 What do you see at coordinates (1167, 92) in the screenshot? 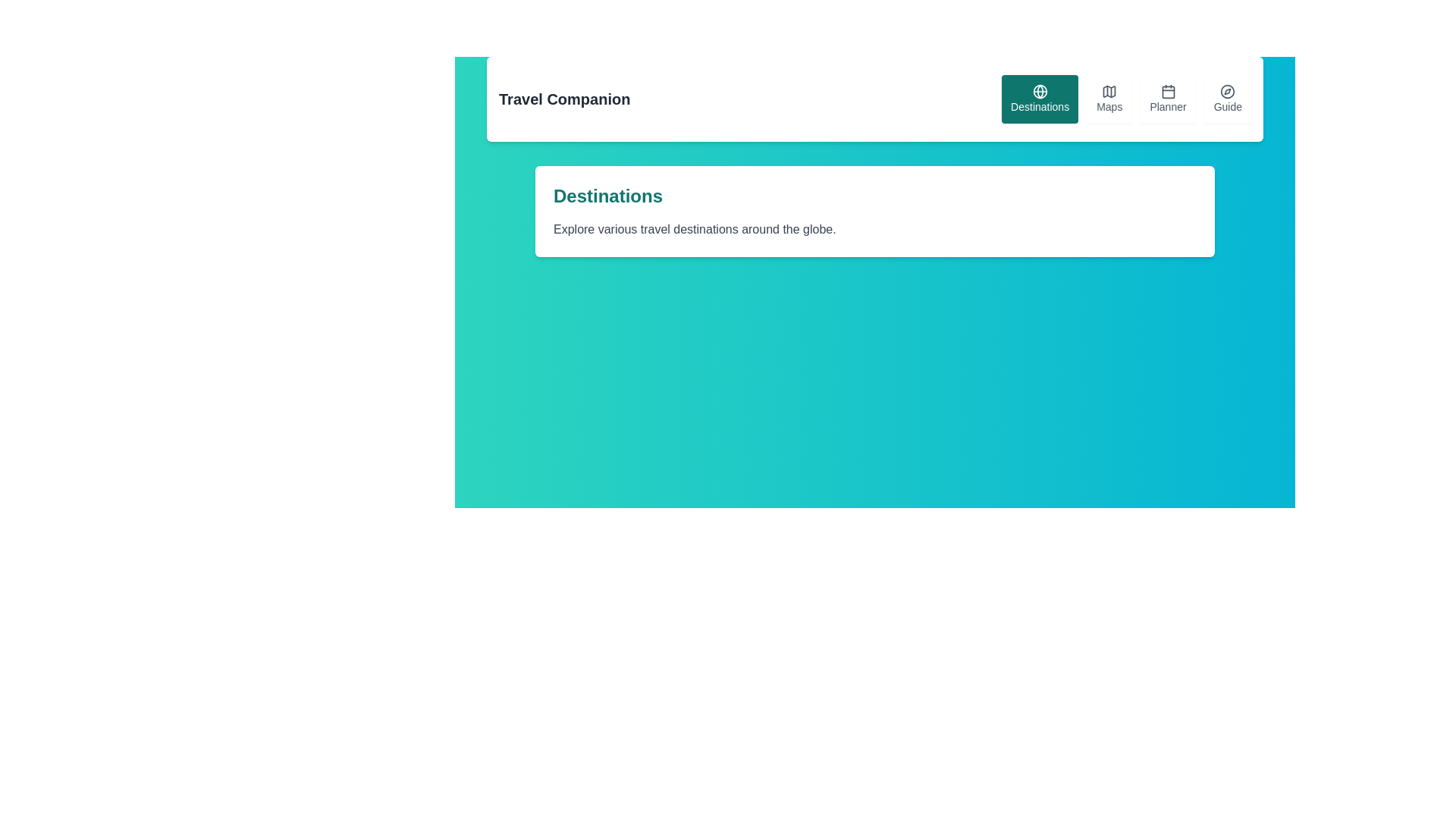
I see `the decorative calendar icon component located at the center of the calendar icon in the horizontal menu` at bounding box center [1167, 92].